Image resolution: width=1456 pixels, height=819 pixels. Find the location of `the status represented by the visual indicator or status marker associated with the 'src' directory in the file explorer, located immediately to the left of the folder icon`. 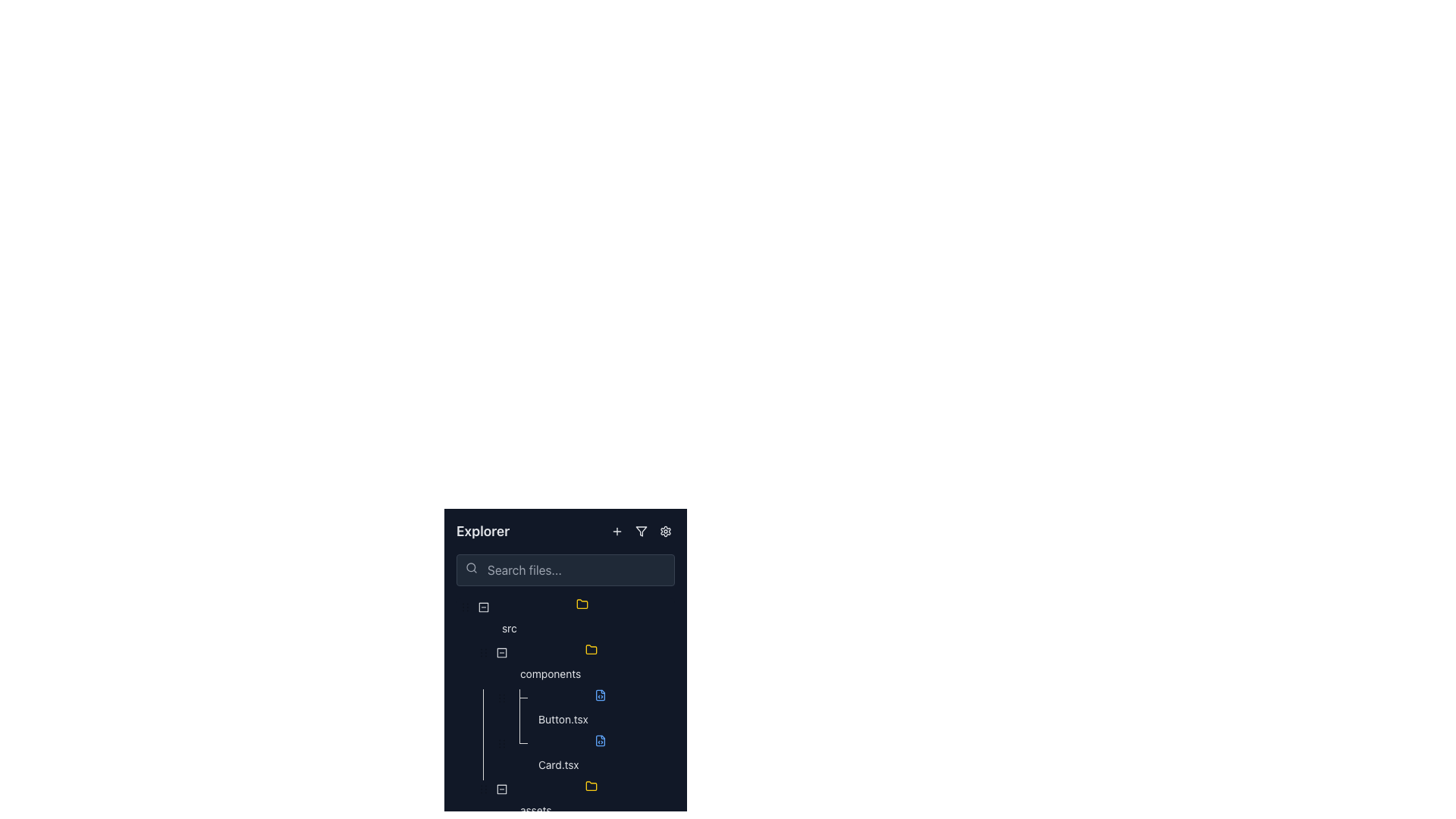

the status represented by the visual indicator or status marker associated with the 'src' directory in the file explorer, located immediately to the left of the folder icon is located at coordinates (483, 651).